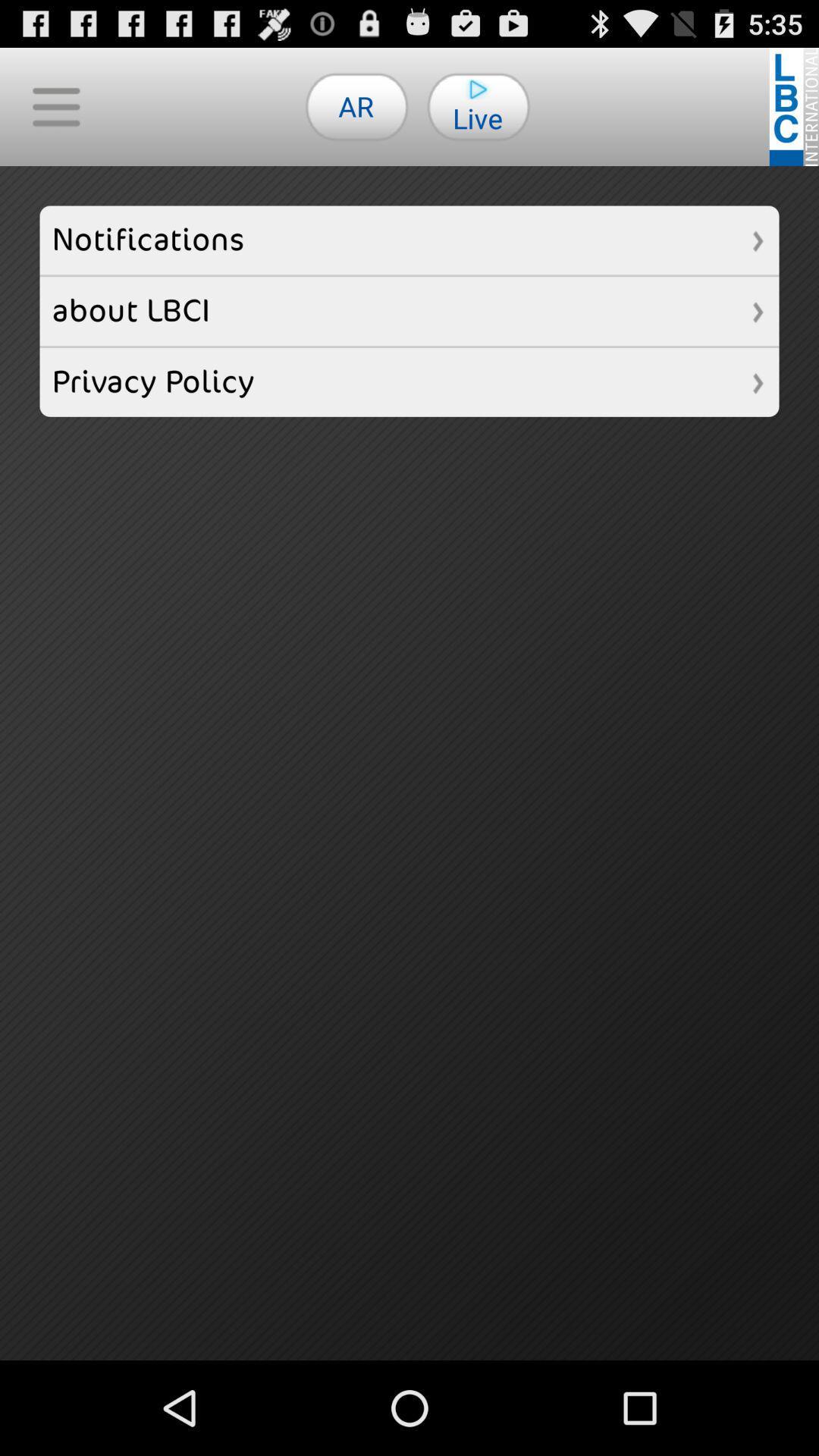  I want to click on item next to the live app, so click(356, 105).